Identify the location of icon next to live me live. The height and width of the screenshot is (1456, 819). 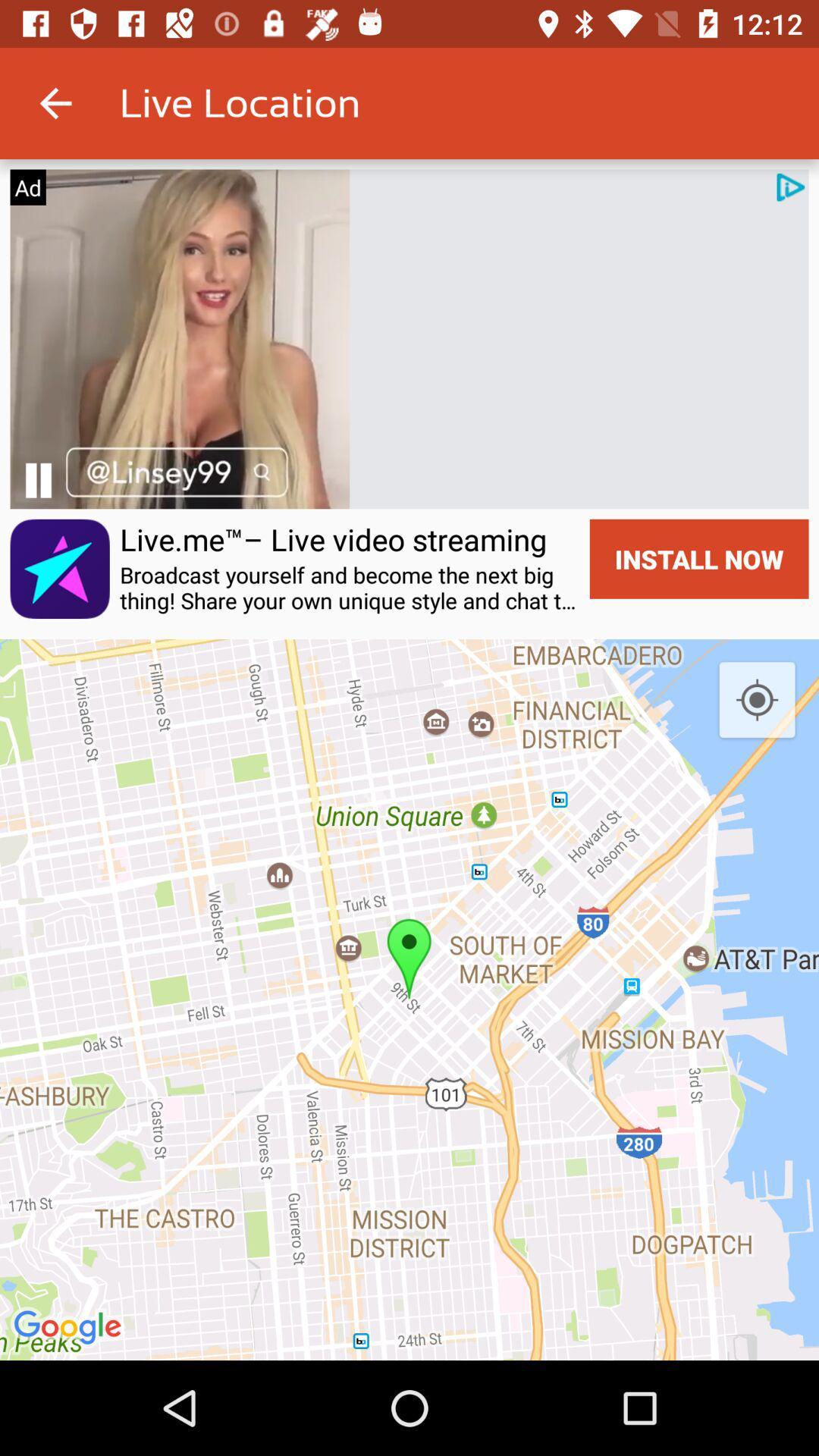
(37, 479).